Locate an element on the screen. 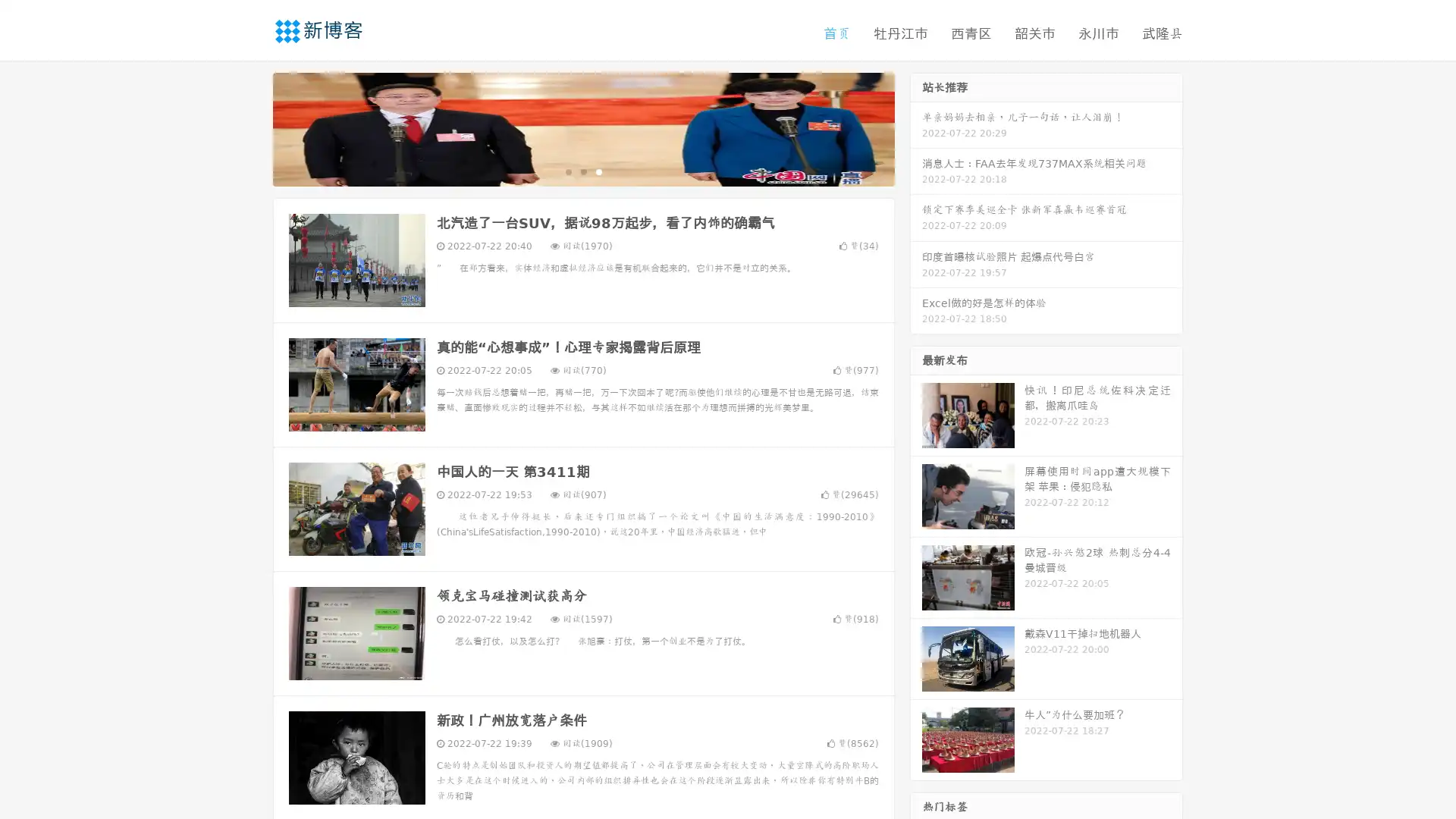 The image size is (1456, 819). Previous slide is located at coordinates (250, 127).